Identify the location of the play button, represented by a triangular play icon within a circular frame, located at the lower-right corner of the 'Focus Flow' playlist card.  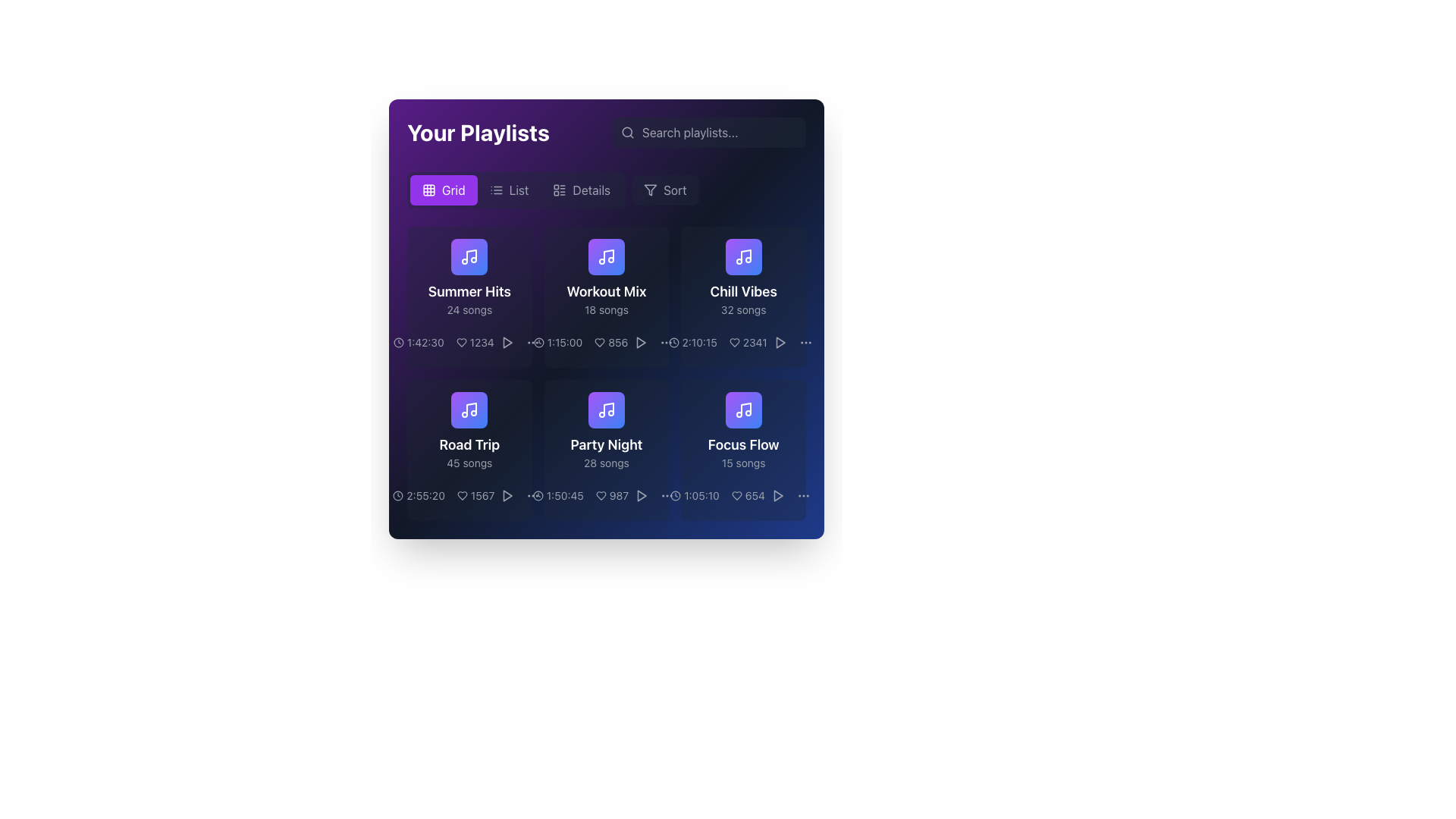
(778, 496).